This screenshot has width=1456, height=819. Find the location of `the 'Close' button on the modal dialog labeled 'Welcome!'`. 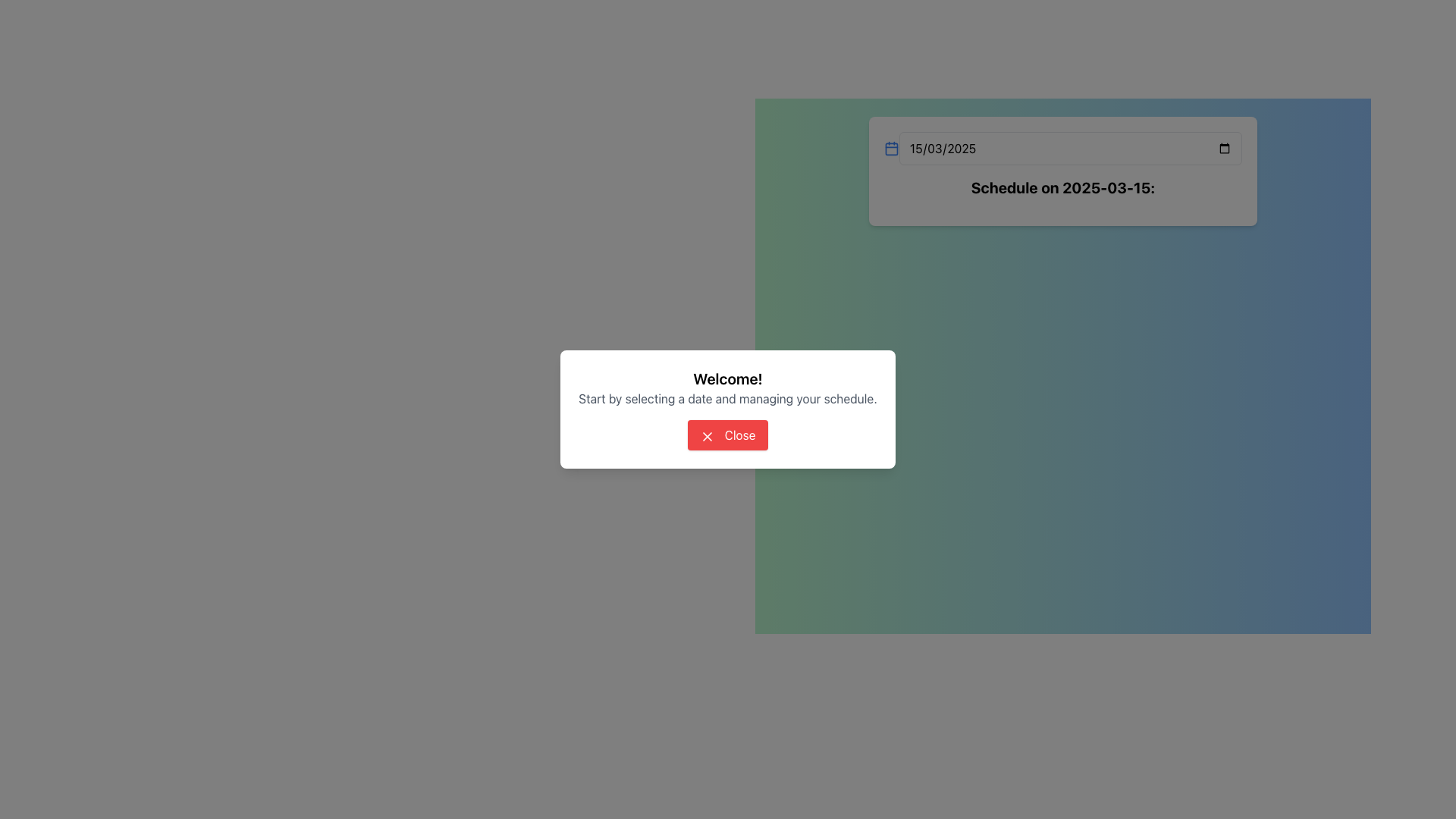

the 'Close' button on the modal dialog labeled 'Welcome!' is located at coordinates (728, 409).